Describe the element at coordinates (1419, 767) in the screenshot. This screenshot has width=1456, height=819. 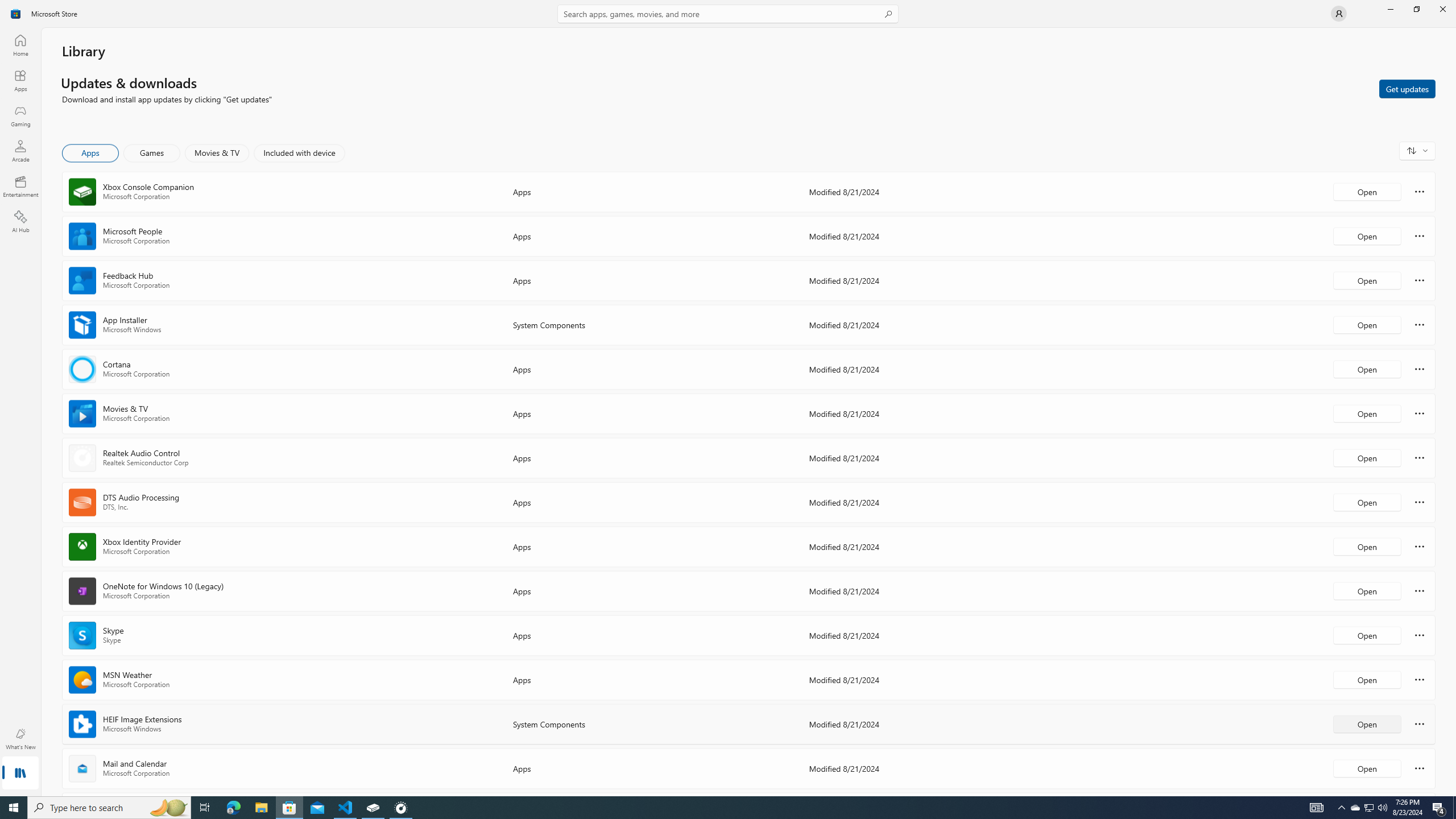
I see `'More options'` at that location.